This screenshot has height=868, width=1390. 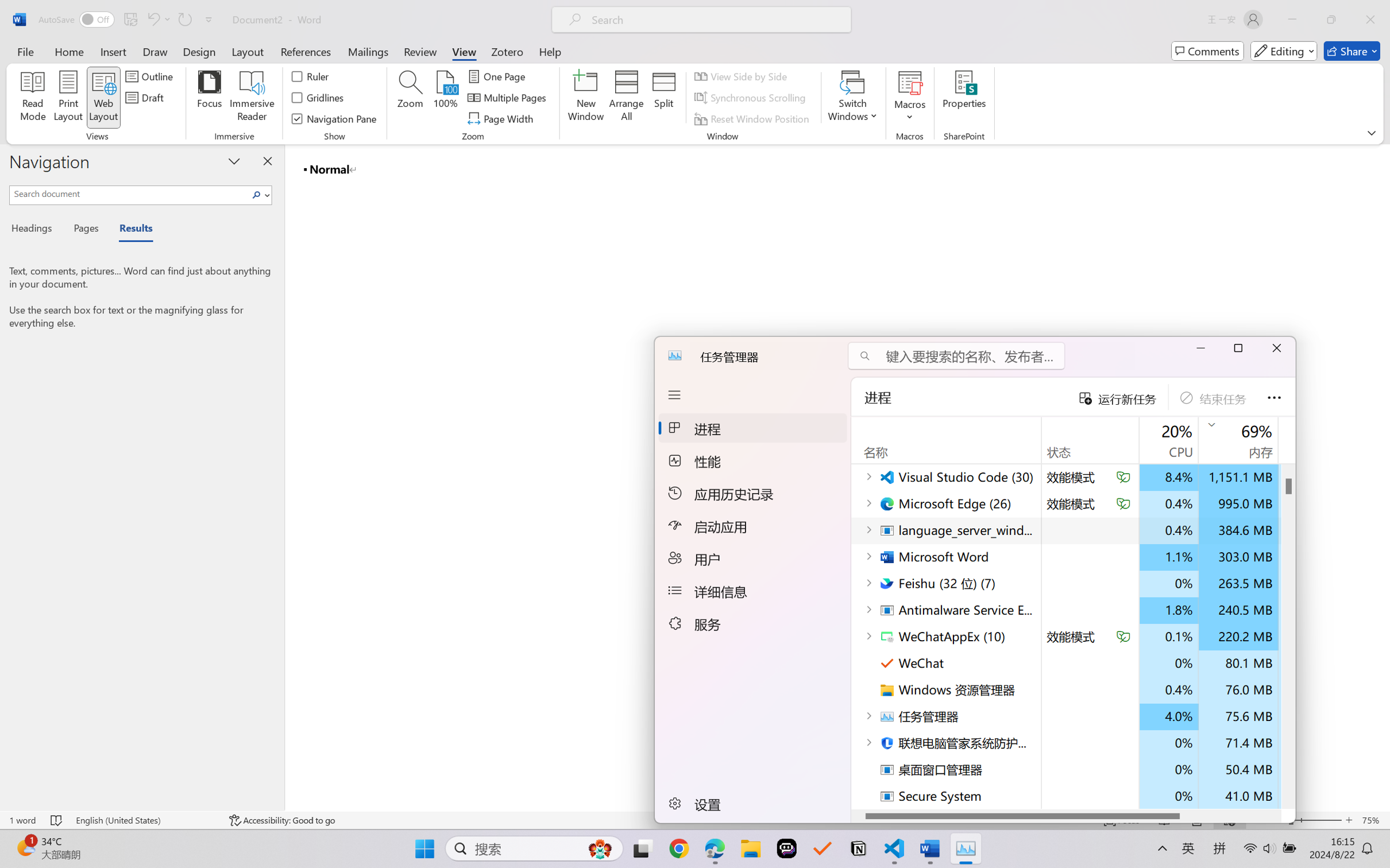 I want to click on 'One Page', so click(x=497, y=75).